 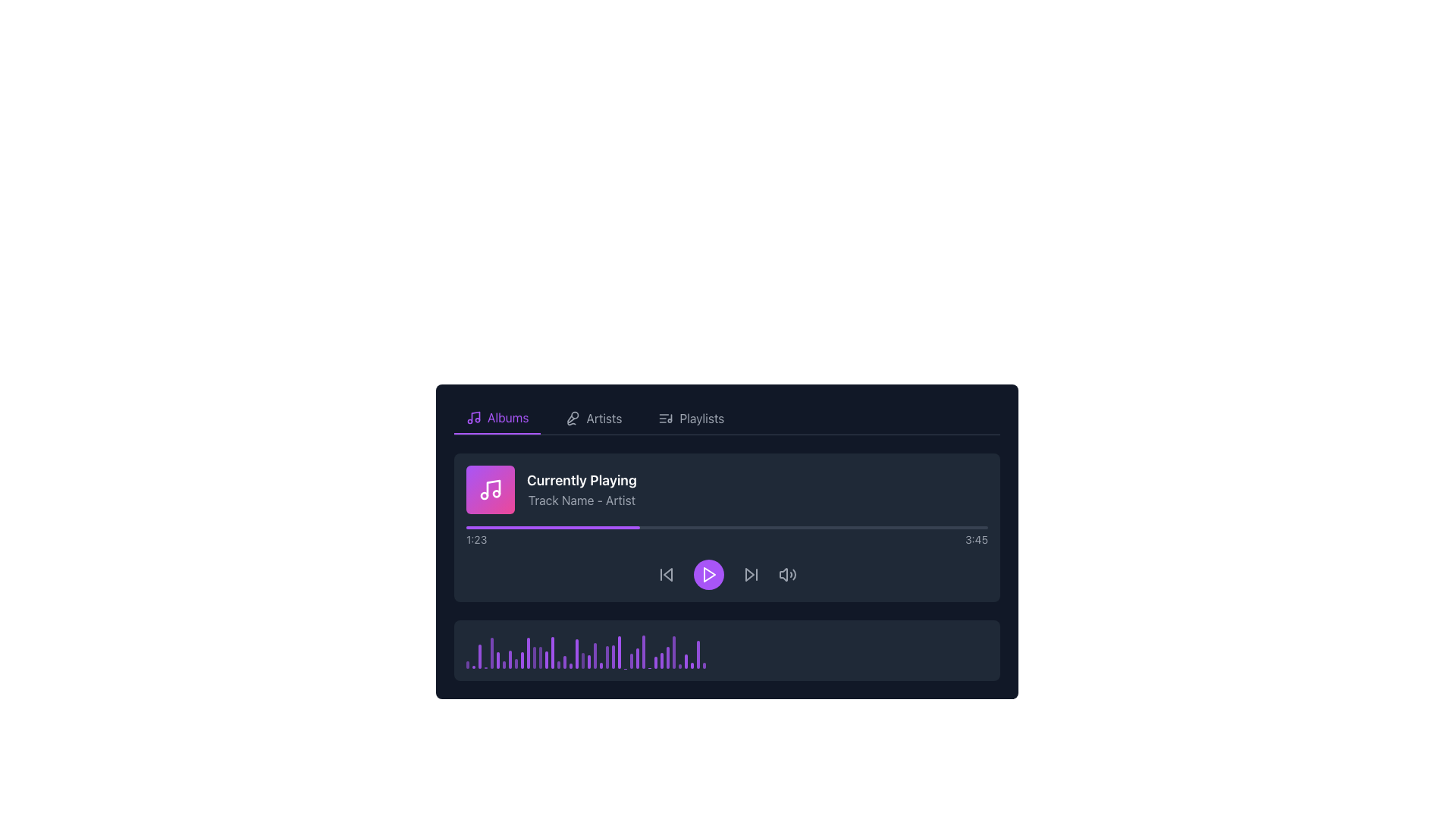 I want to click on the decorative vertical bar styled in purple and semi-transparent, which is the thirty-fourth bar in a series resembling a soundwave visualizer, so click(x=686, y=660).